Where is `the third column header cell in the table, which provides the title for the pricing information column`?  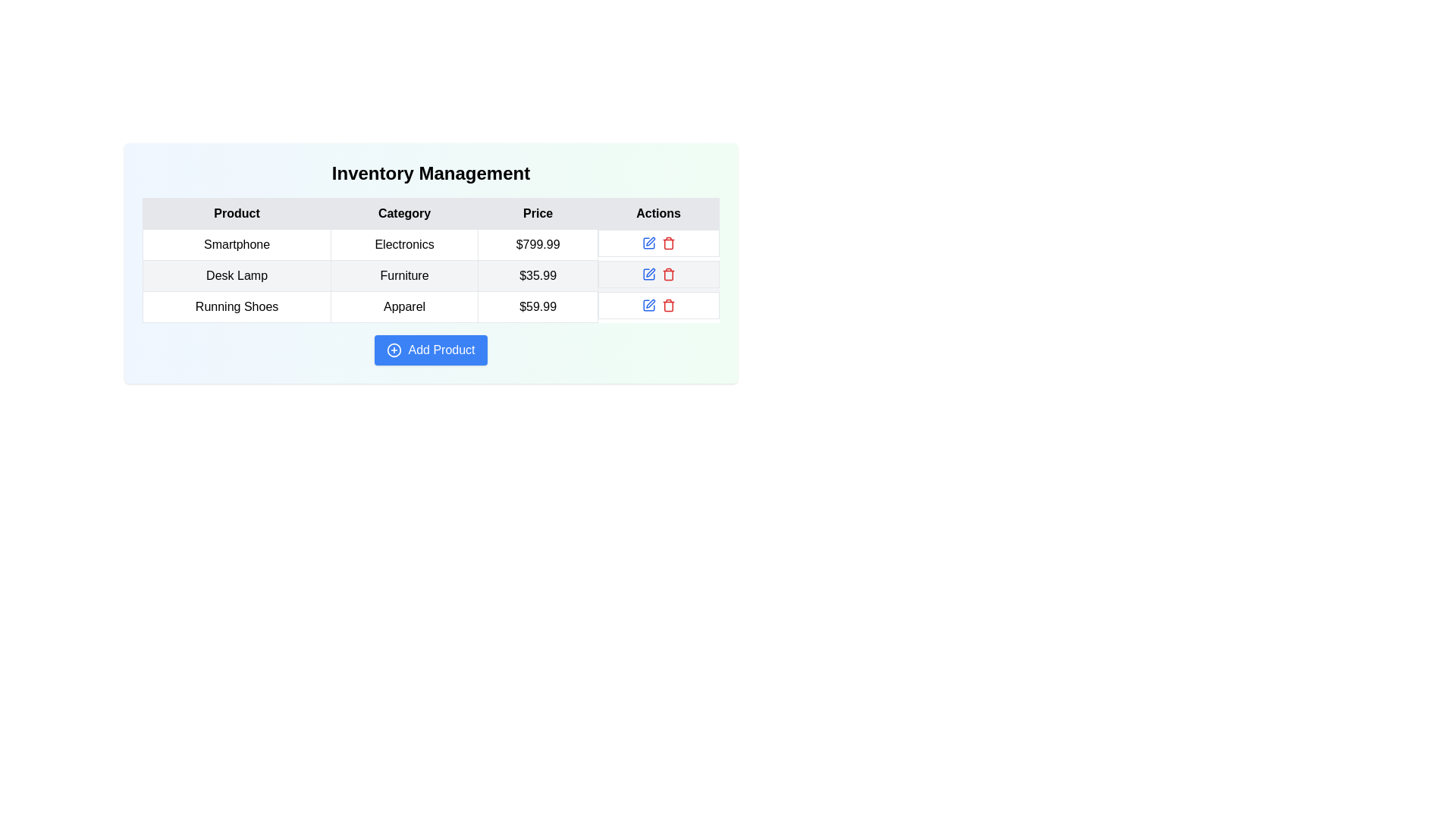 the third column header cell in the table, which provides the title for the pricing information column is located at coordinates (538, 213).